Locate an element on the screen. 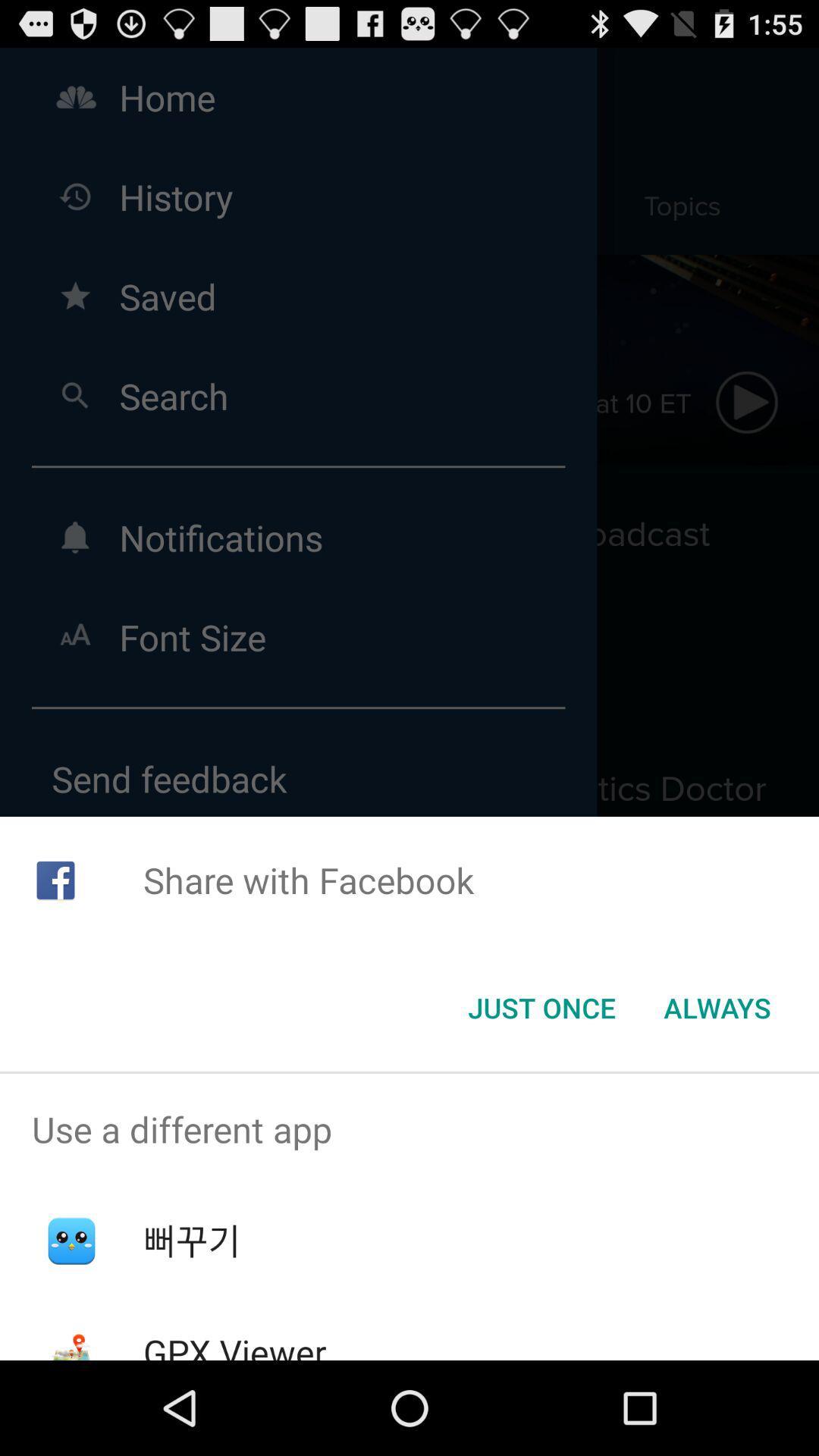 The image size is (819, 1456). always button is located at coordinates (717, 1008).